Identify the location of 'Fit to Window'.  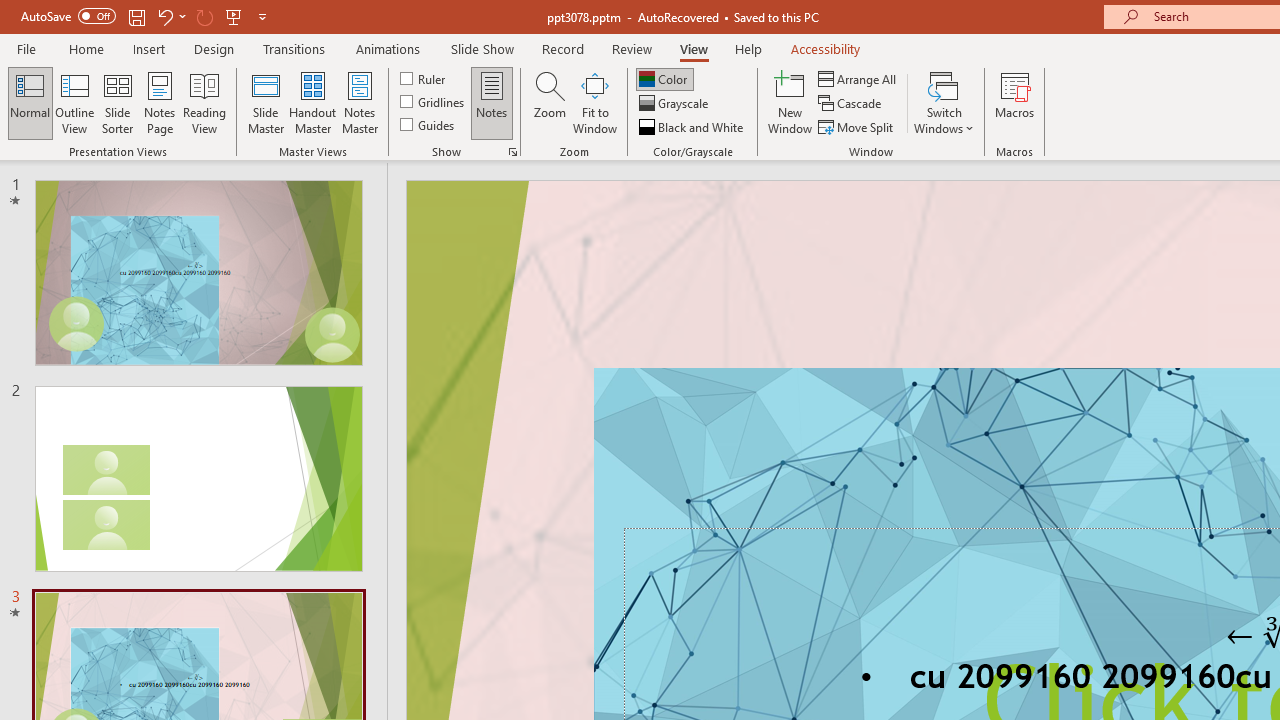
(594, 103).